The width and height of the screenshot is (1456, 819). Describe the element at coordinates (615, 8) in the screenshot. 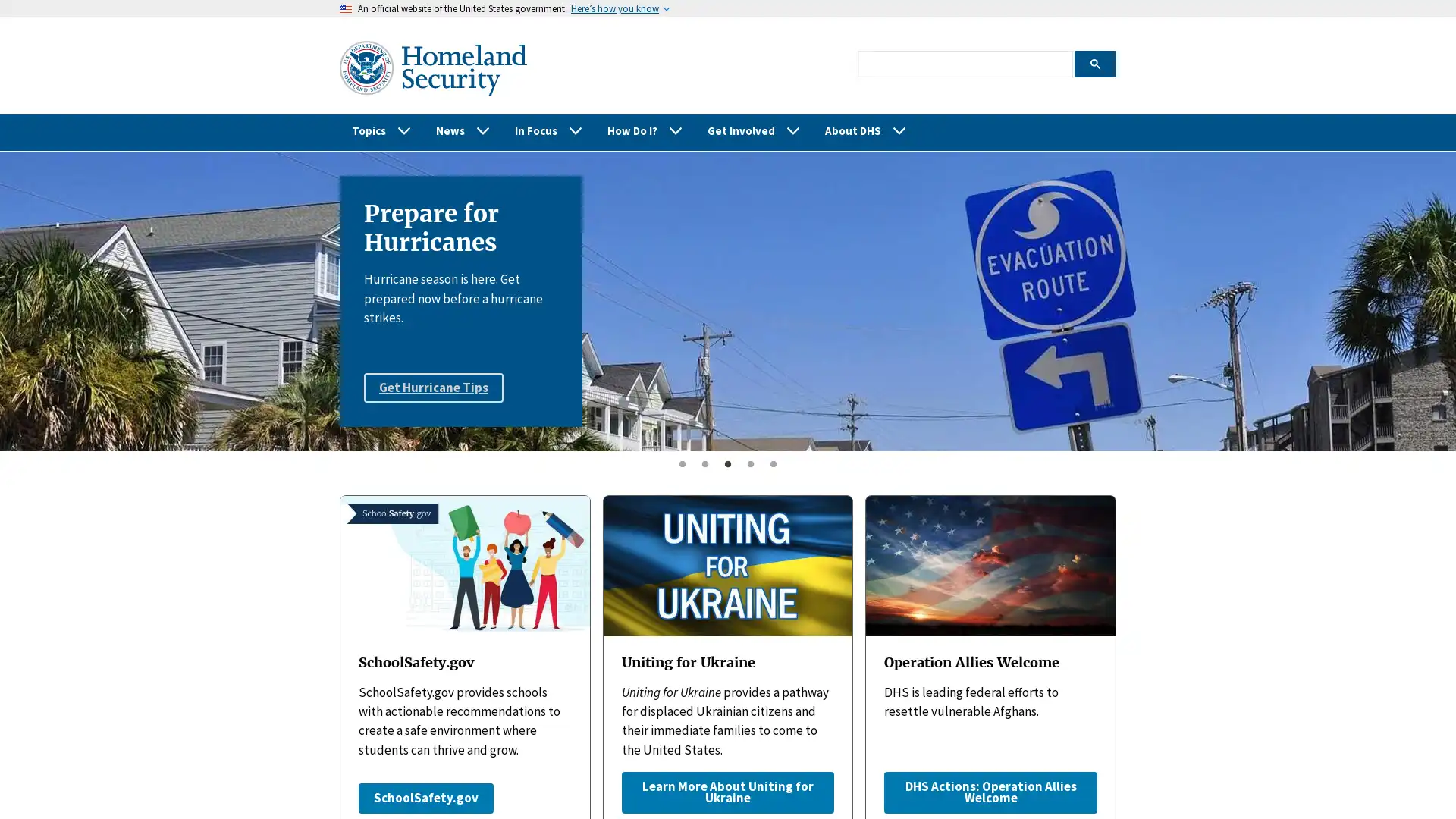

I see `Heres how you know` at that location.